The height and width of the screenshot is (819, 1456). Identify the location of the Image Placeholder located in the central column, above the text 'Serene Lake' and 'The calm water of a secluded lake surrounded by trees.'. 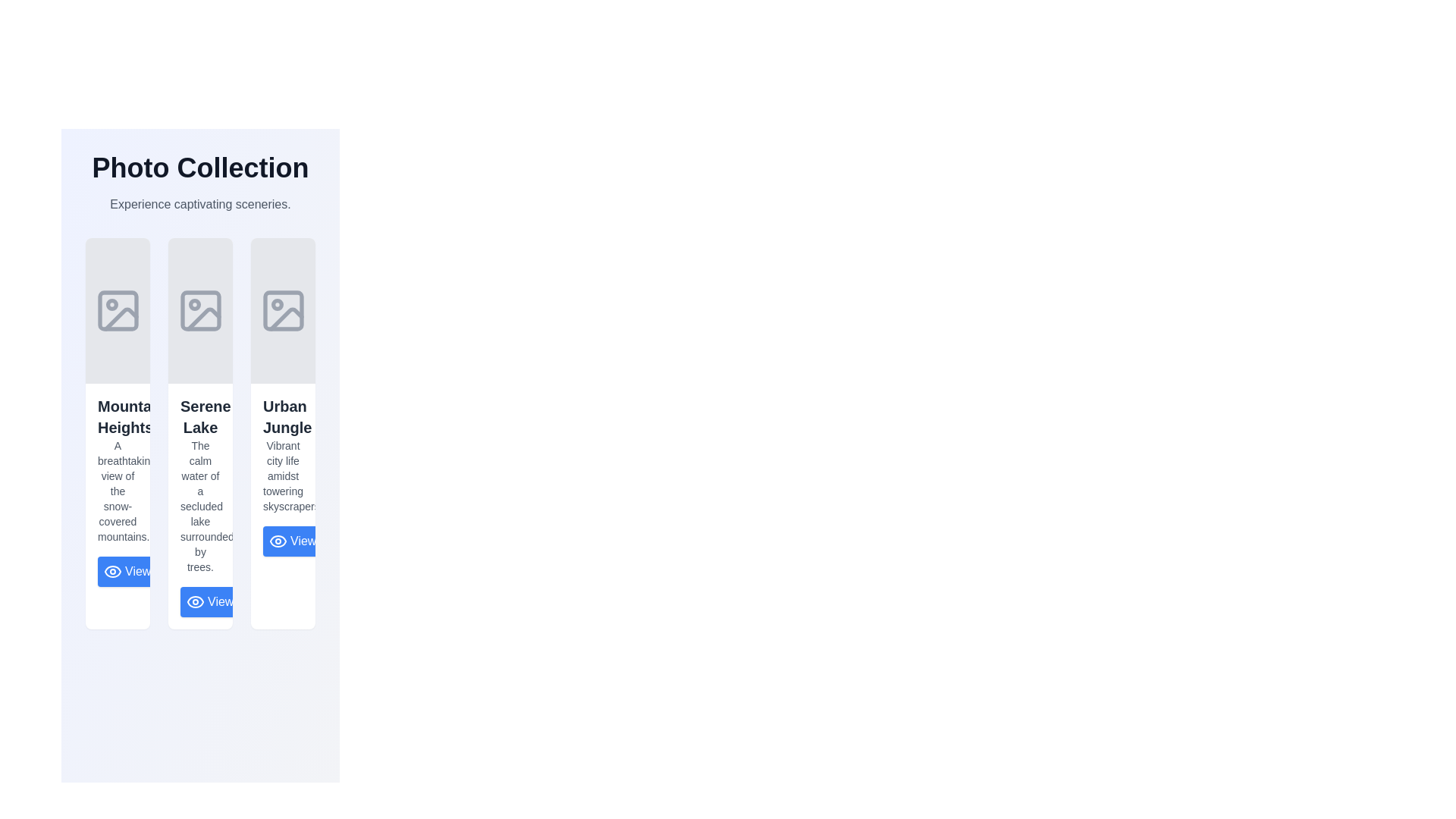
(199, 309).